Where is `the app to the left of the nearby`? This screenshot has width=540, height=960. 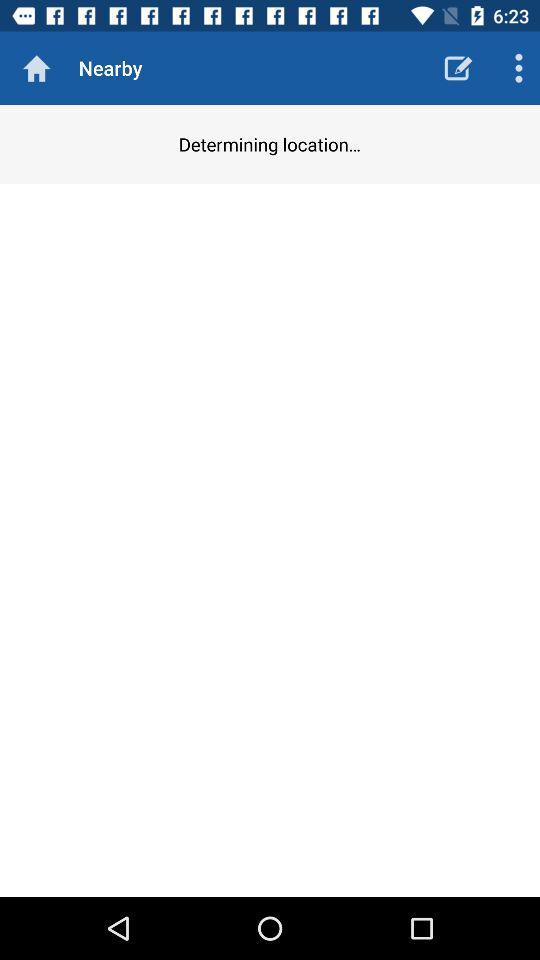 the app to the left of the nearby is located at coordinates (36, 68).